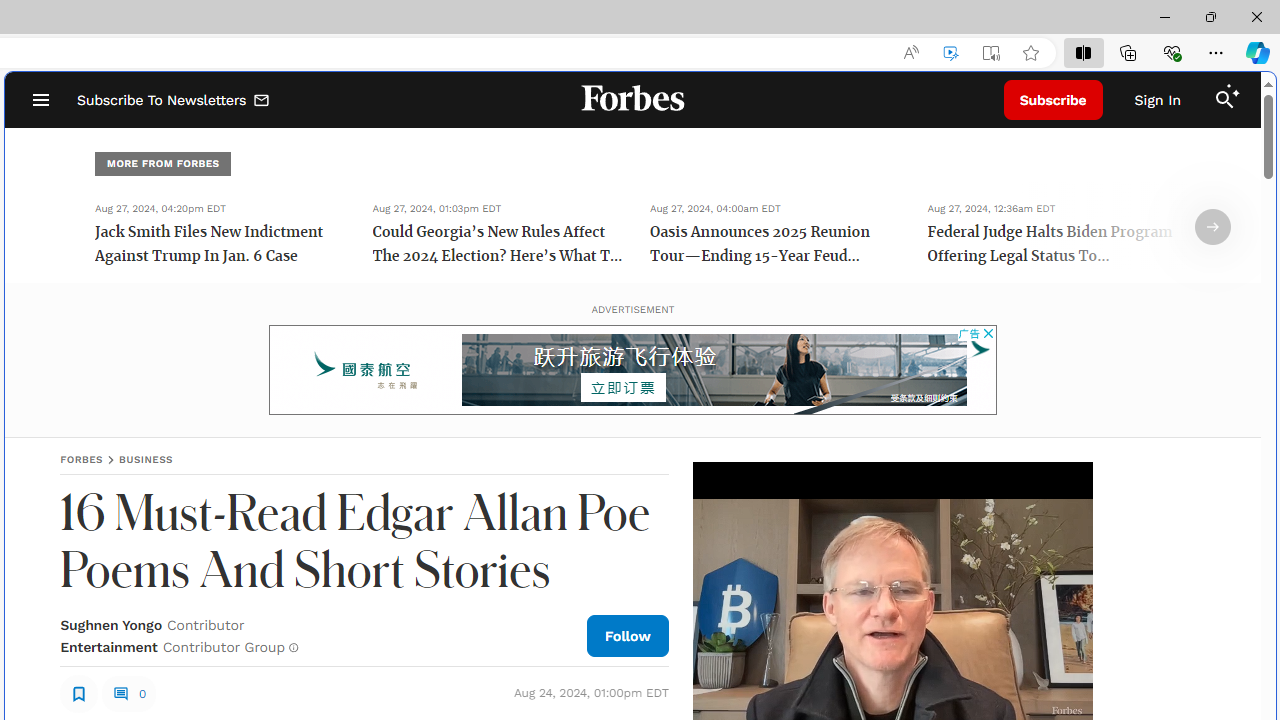  I want to click on 'Search', so click(1223, 100).